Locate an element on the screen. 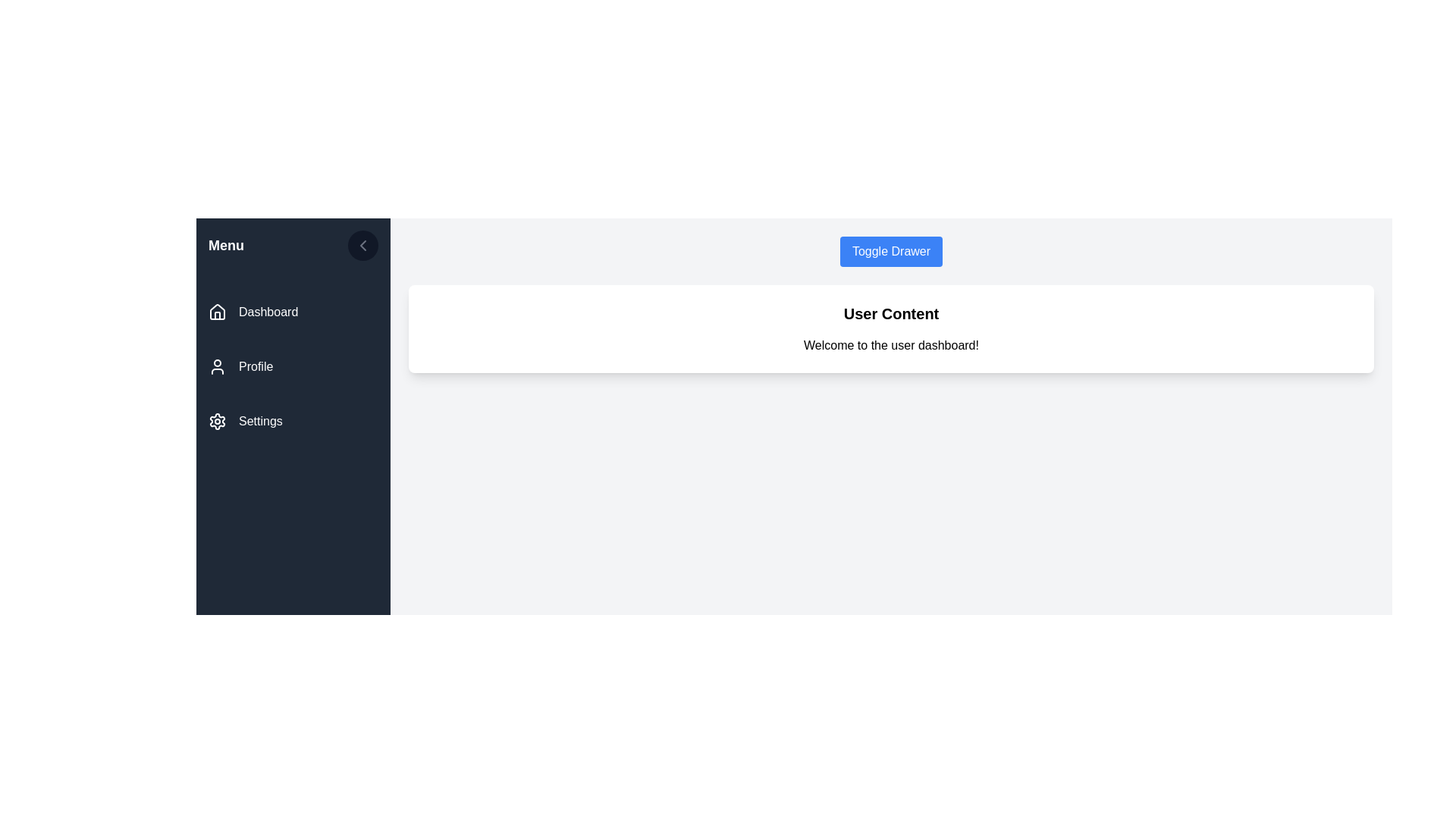 The height and width of the screenshot is (819, 1456). the text label for the profile-related section in the vertical navigation menu, located between 'Dashboard' and 'Settings' is located at coordinates (256, 366).